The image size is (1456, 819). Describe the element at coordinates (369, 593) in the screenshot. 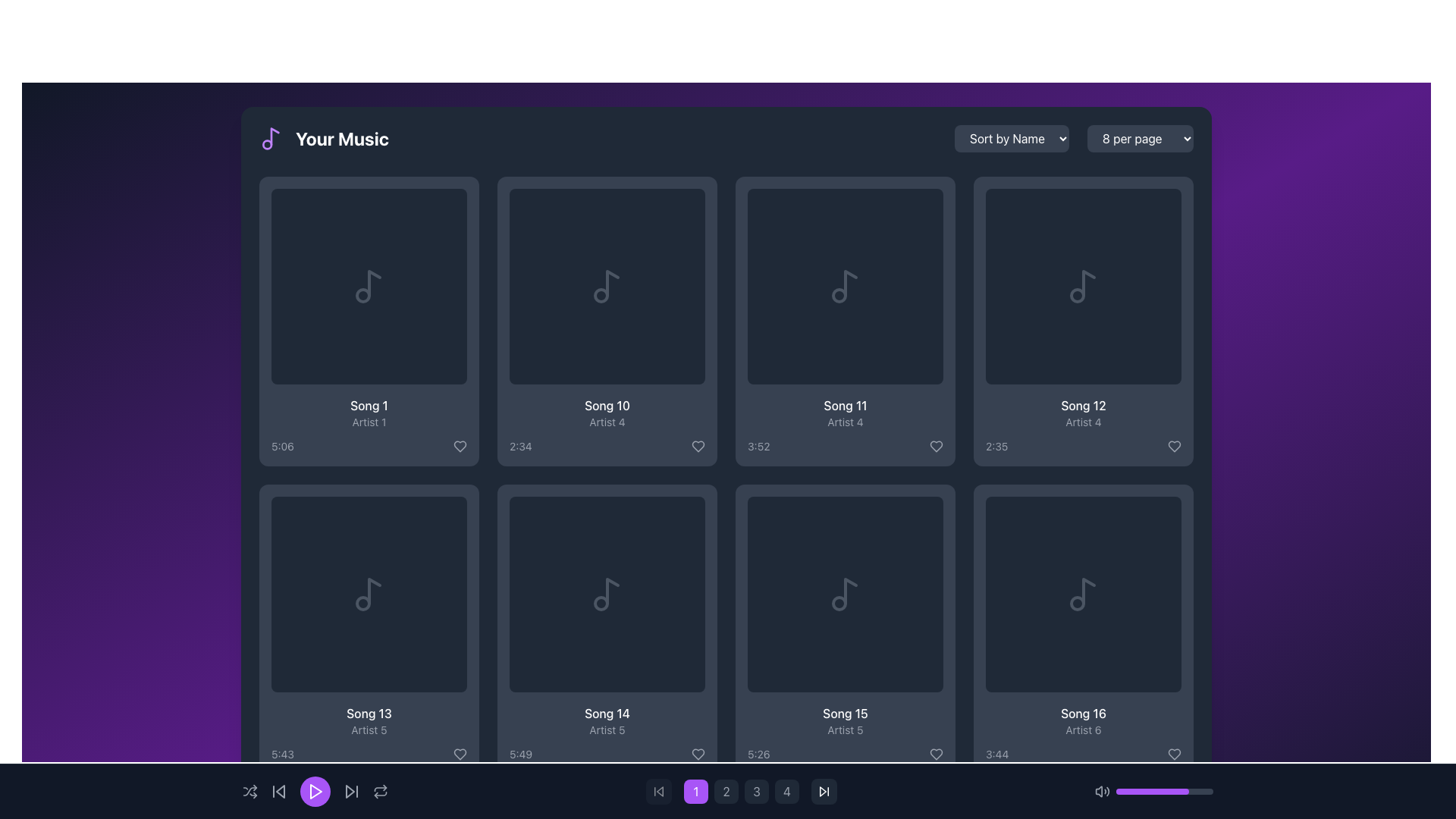

I see `the minimalist dark gray musical note icon located within the grid layout, specifically associated with the tile labeled 'Song 13' by 'Artist 5'` at that location.